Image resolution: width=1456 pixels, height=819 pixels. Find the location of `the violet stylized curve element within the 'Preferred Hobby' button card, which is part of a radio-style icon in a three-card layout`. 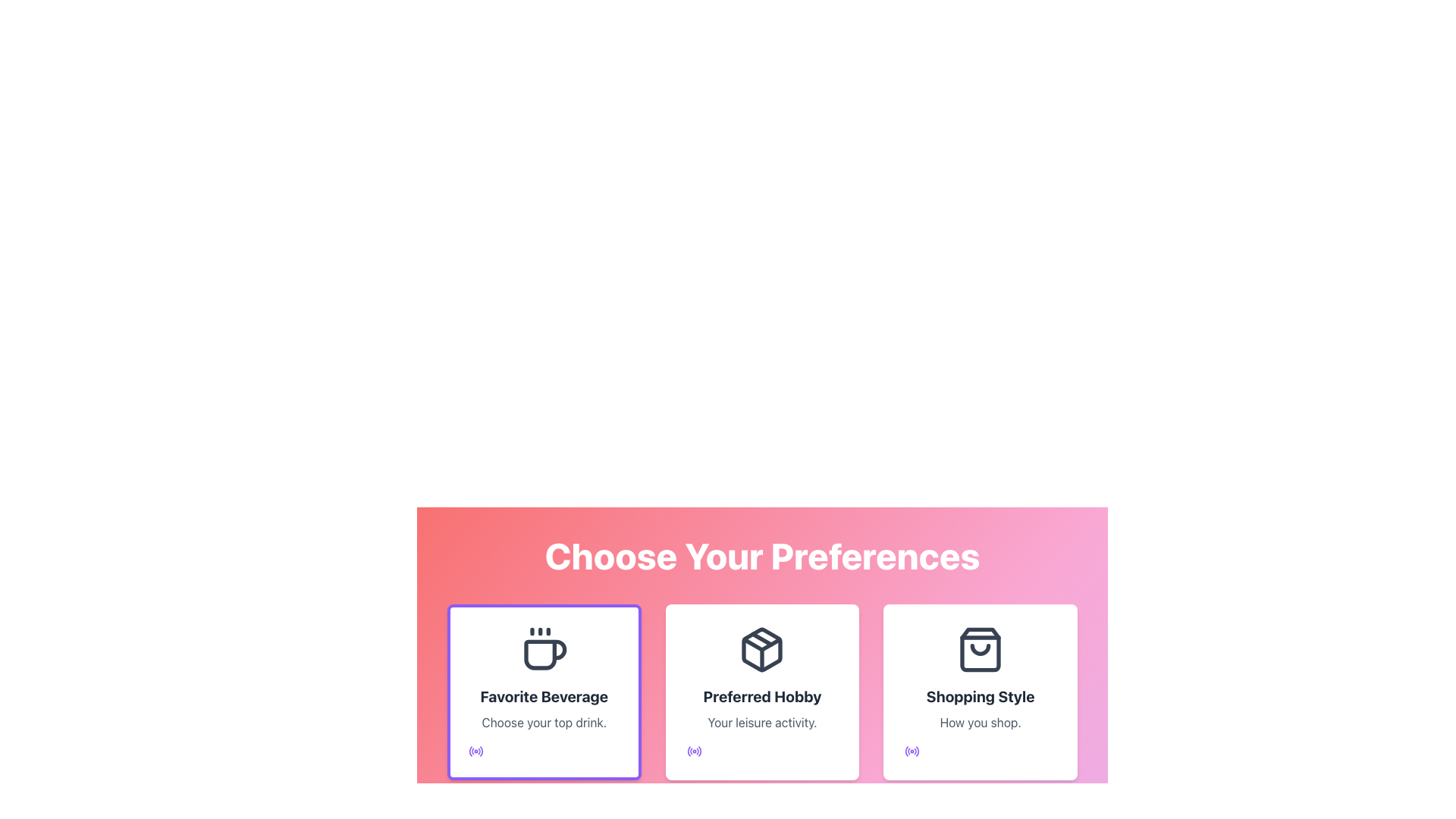

the violet stylized curve element within the 'Preferred Hobby' button card, which is part of a radio-style icon in a three-card layout is located at coordinates (698, 752).